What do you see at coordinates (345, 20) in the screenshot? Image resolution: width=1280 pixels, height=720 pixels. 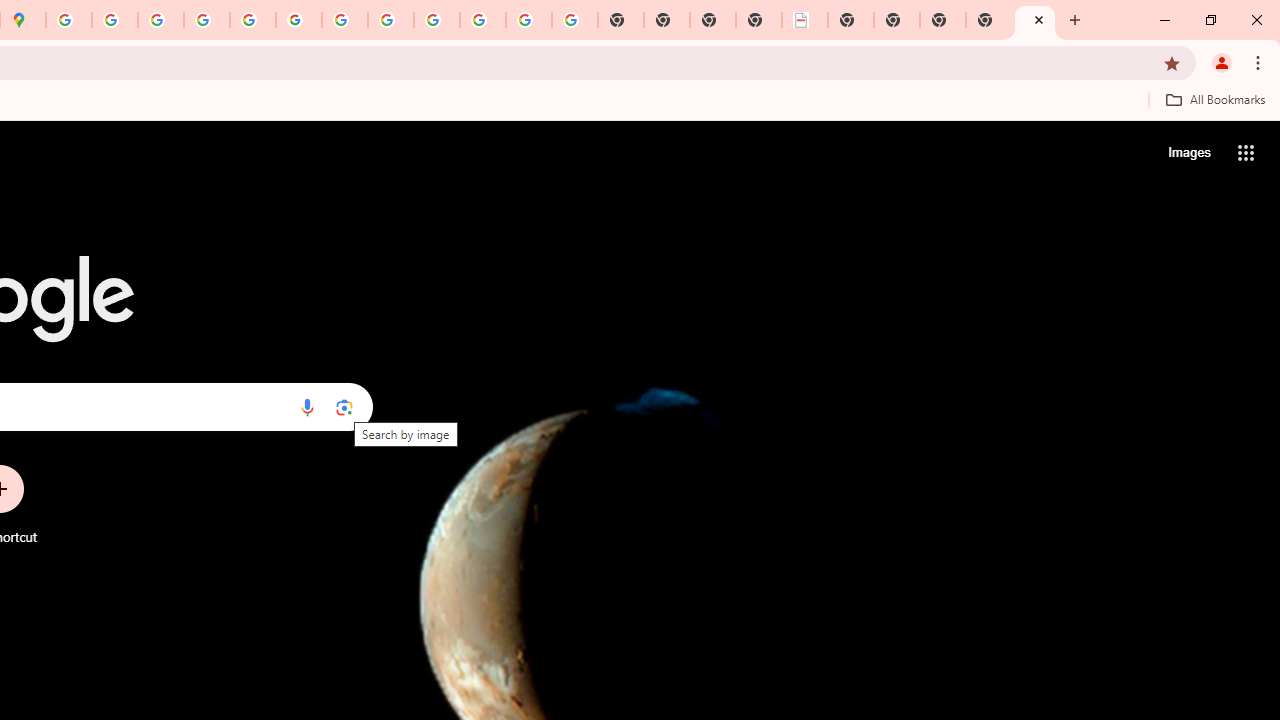 I see `'YouTube'` at bounding box center [345, 20].